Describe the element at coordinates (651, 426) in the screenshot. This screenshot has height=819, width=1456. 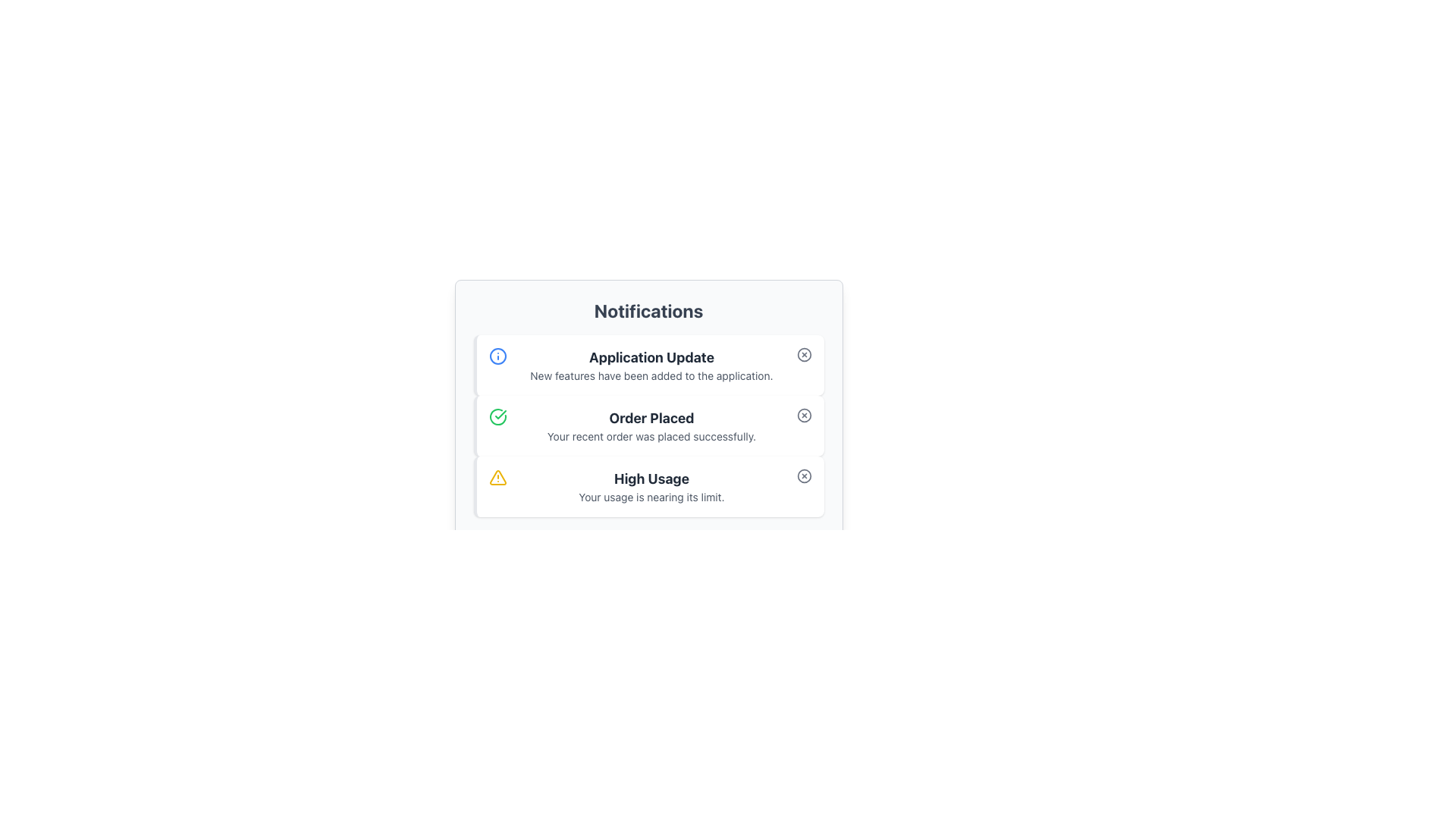
I see `the text block that indicates 'Order Placed' with a message stating 'Your recent order was placed successfully', located in the middle notification card` at that location.